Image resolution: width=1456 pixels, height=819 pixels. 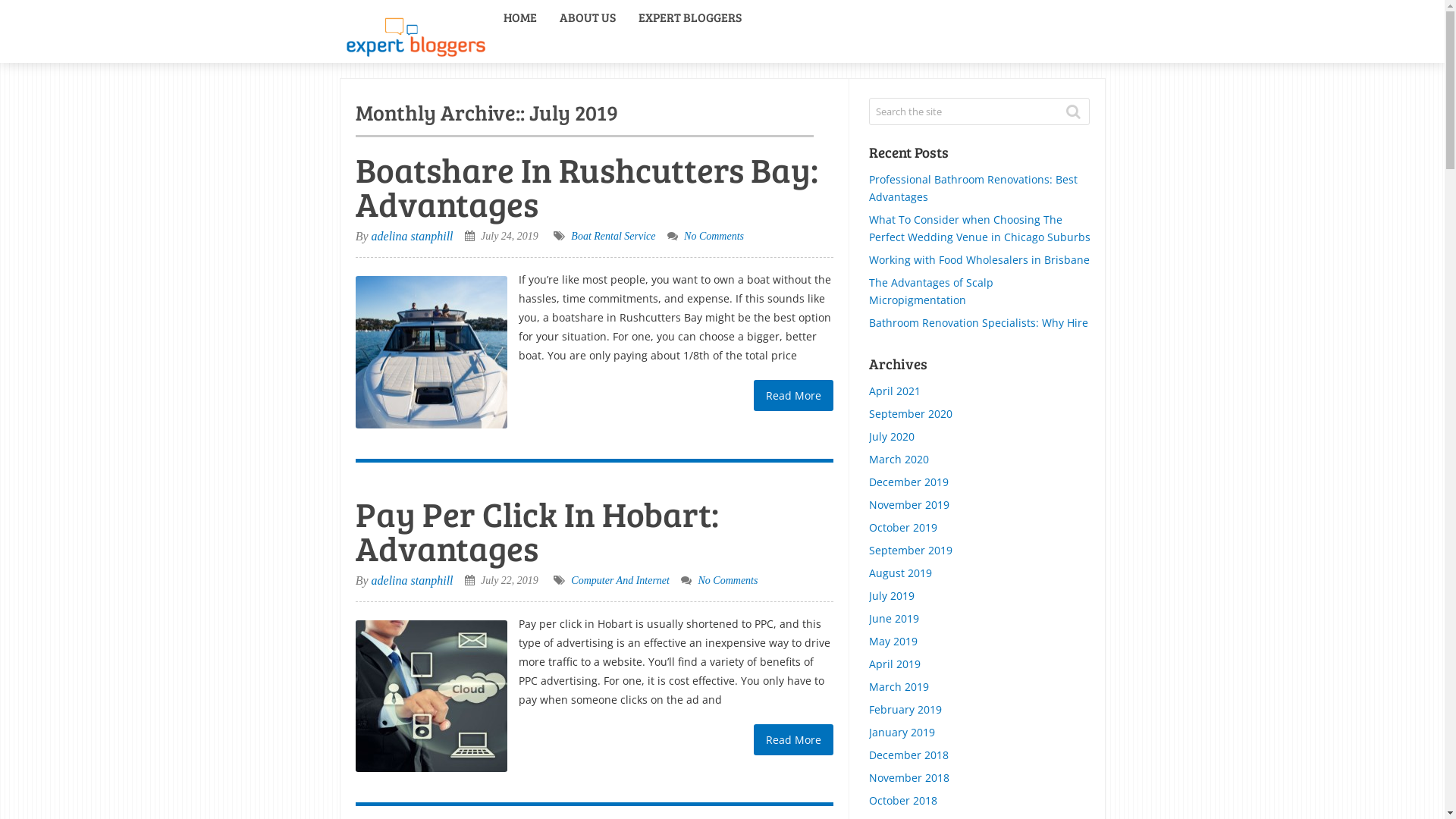 What do you see at coordinates (412, 236) in the screenshot?
I see `'adelina stanphill'` at bounding box center [412, 236].